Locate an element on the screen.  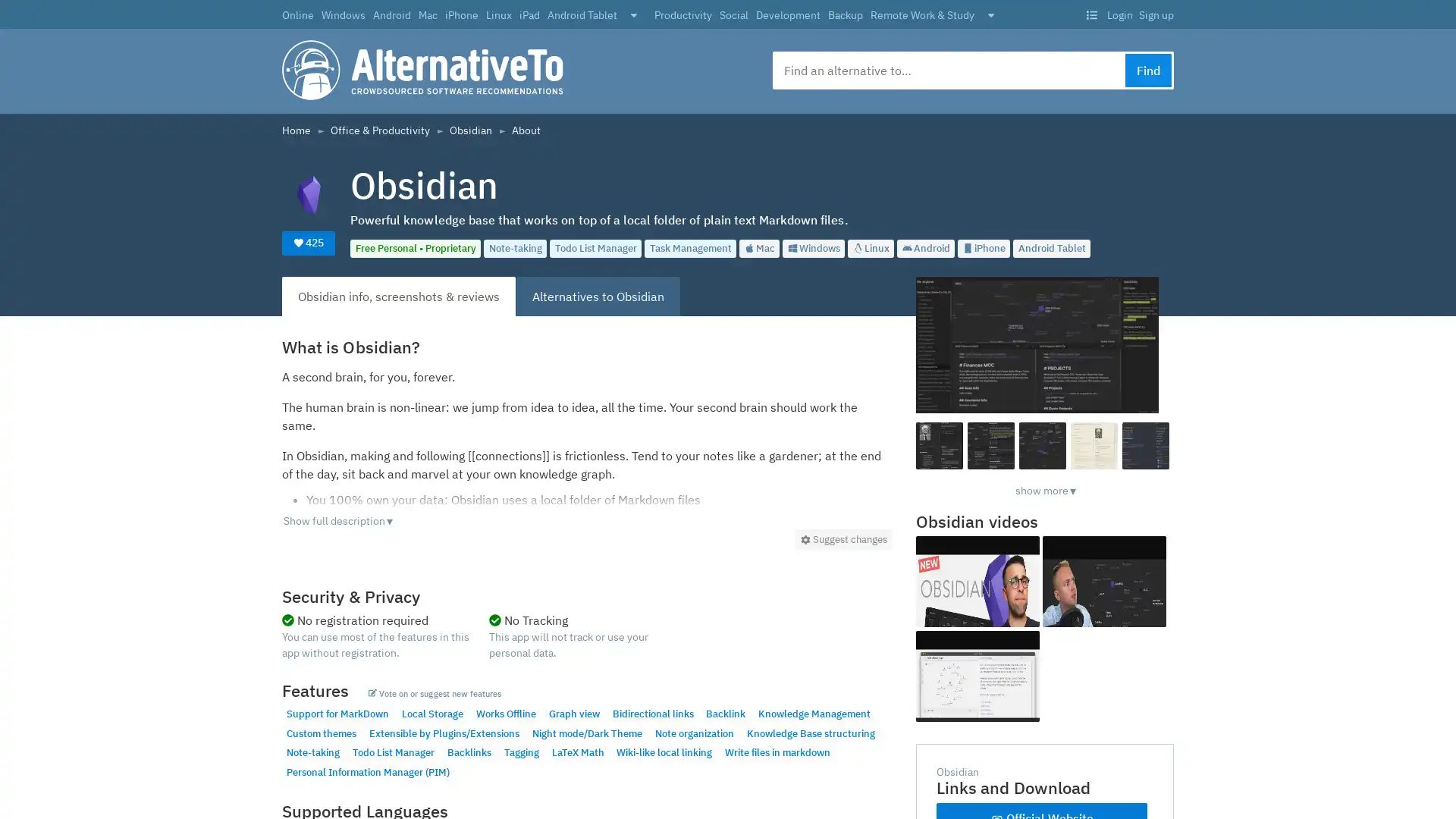
Show all platforms is located at coordinates (633, 16).